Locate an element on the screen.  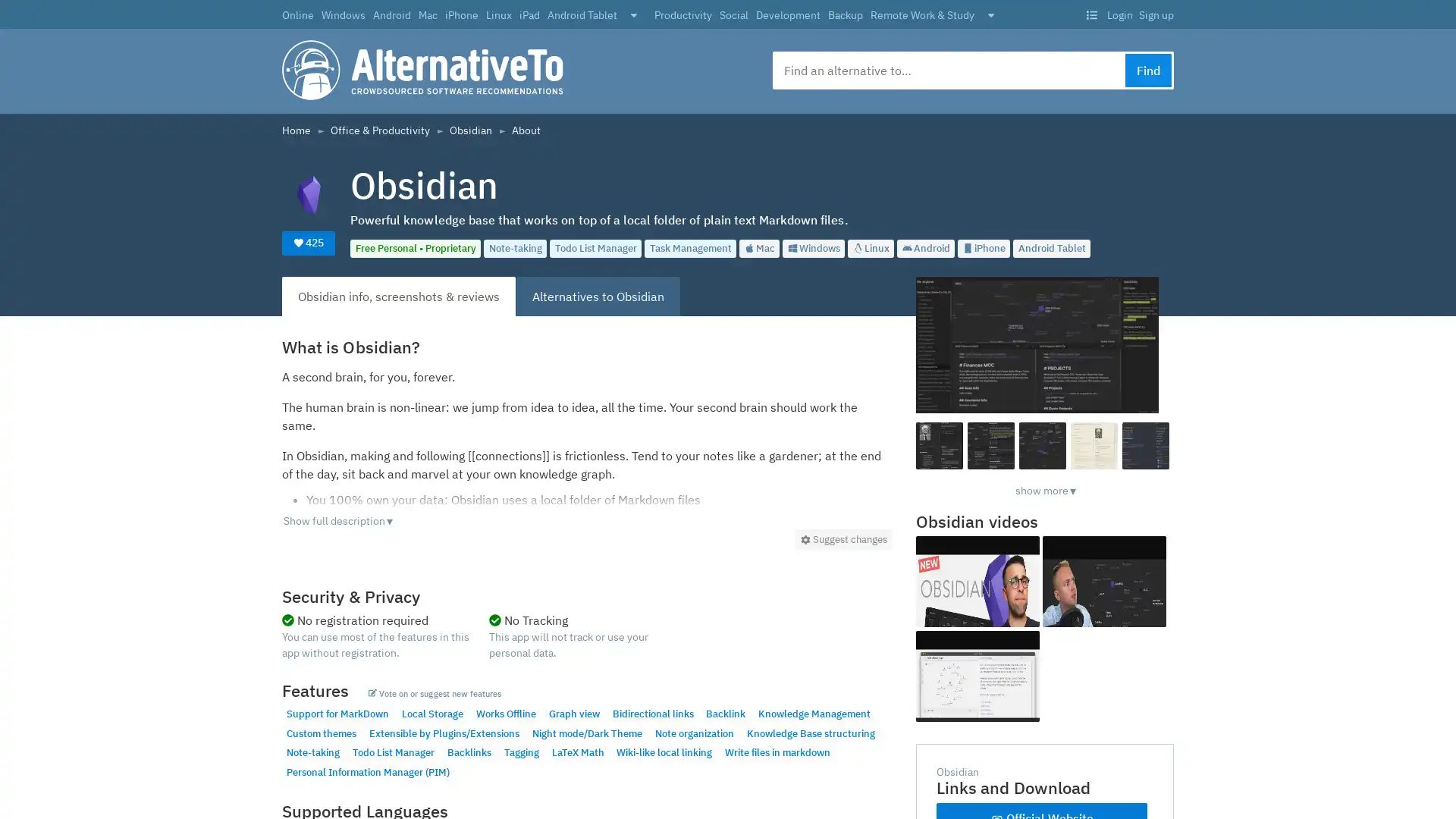
Show all platforms is located at coordinates (633, 16).